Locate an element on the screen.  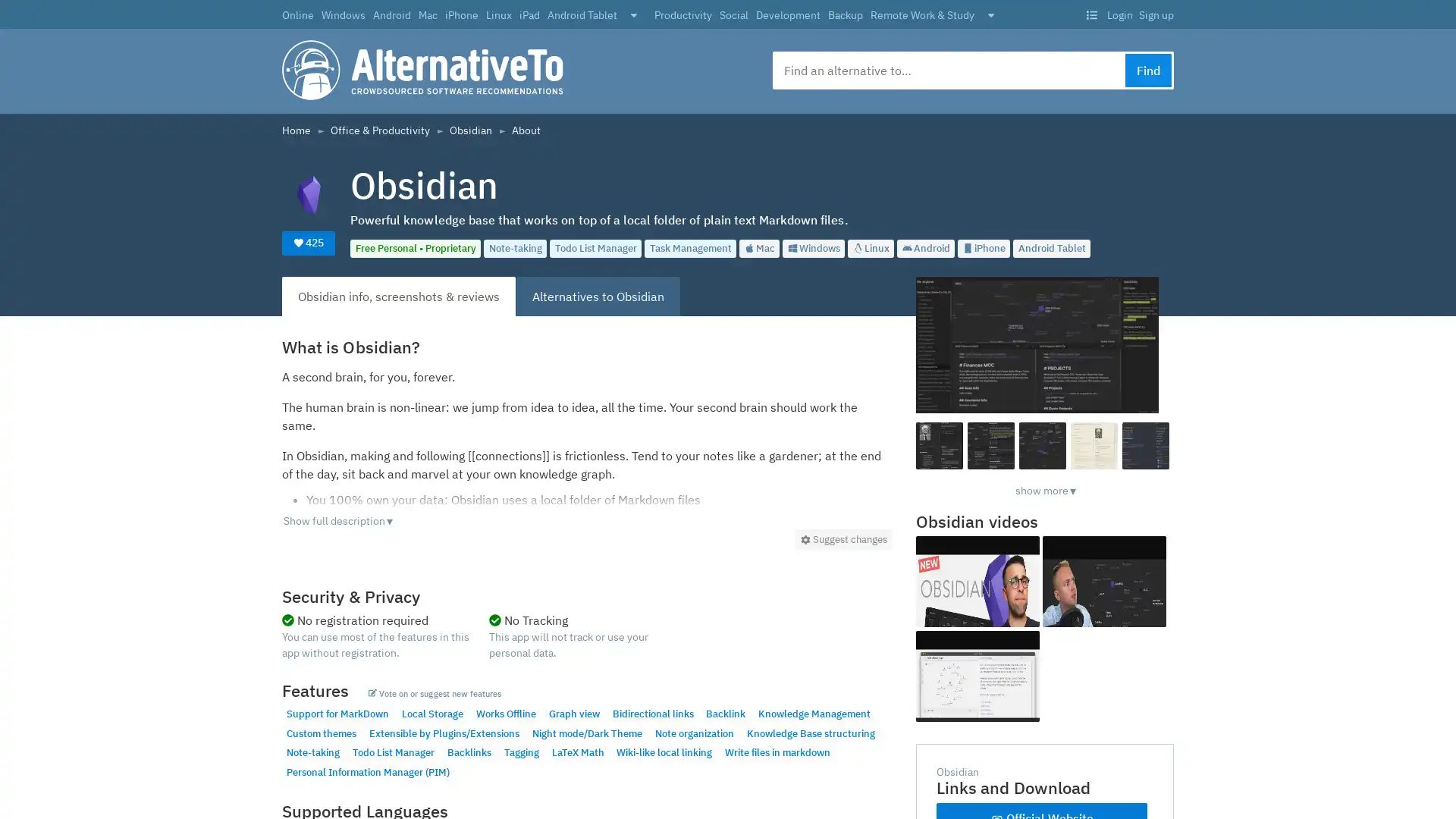
Show all platforms is located at coordinates (633, 16).